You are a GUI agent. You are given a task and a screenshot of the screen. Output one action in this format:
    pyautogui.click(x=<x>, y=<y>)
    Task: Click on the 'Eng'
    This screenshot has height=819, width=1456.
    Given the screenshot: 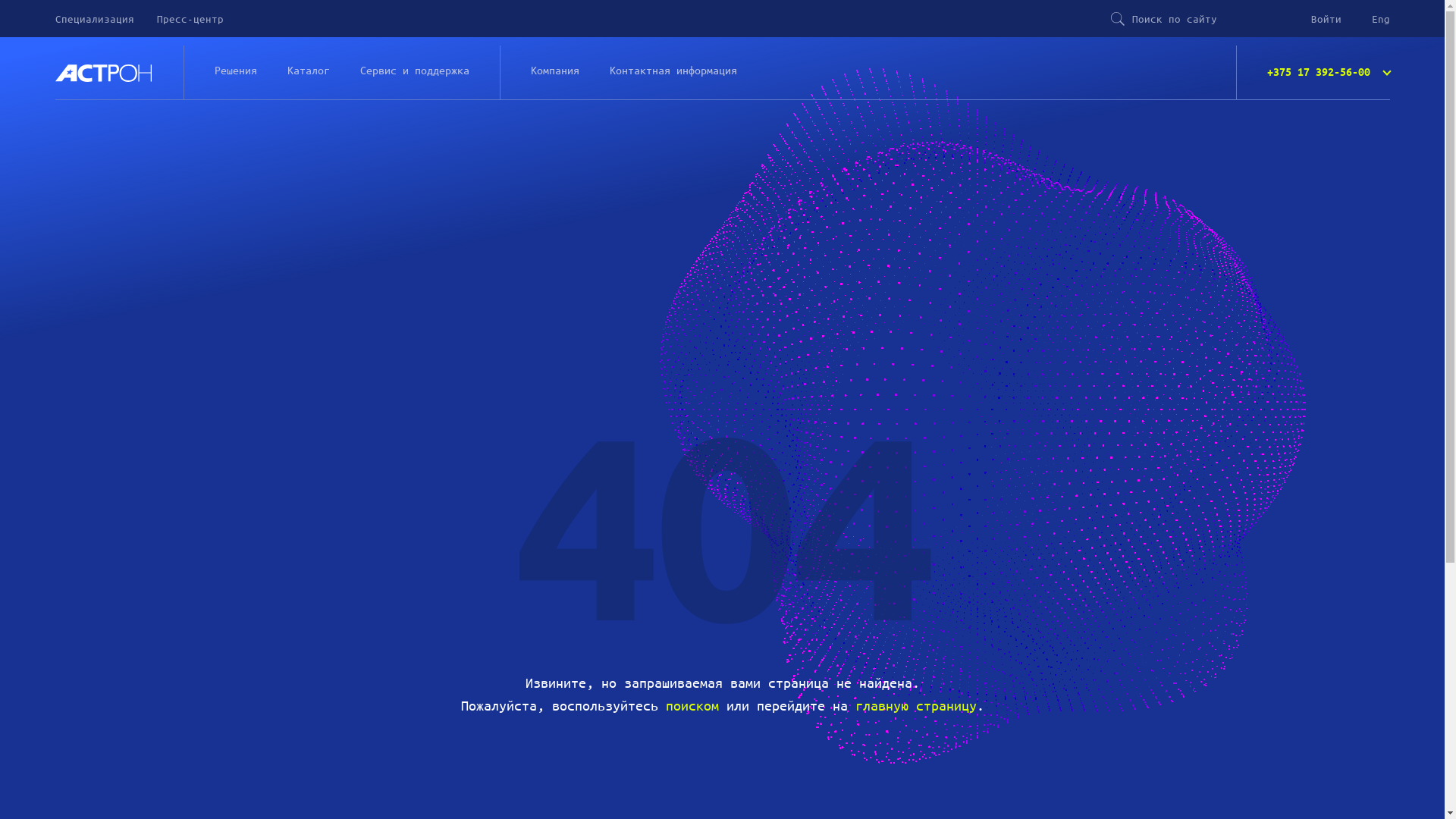 What is the action you would take?
    pyautogui.click(x=1379, y=18)
    